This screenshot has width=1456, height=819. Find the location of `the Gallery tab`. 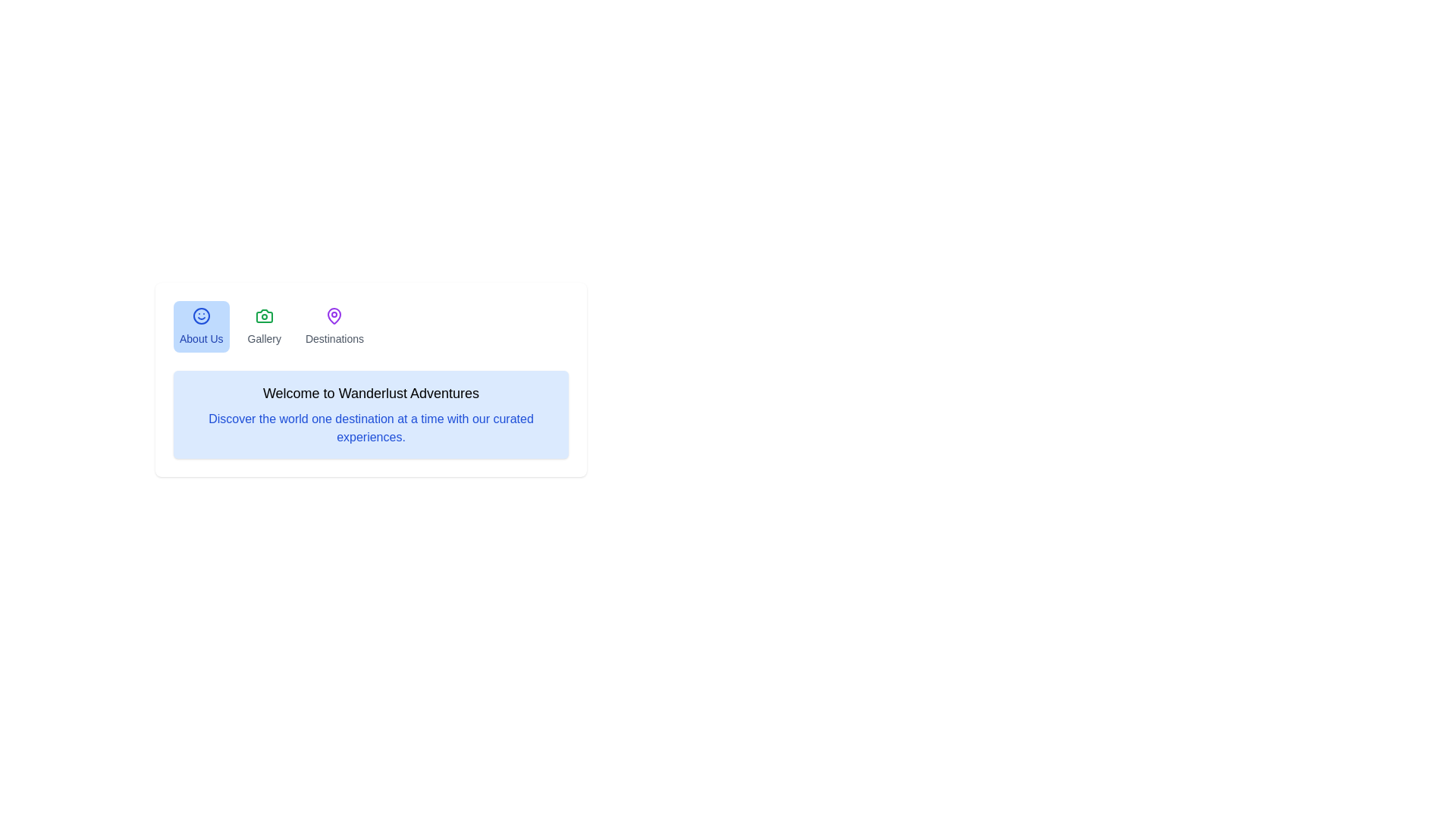

the Gallery tab is located at coordinates (263, 326).